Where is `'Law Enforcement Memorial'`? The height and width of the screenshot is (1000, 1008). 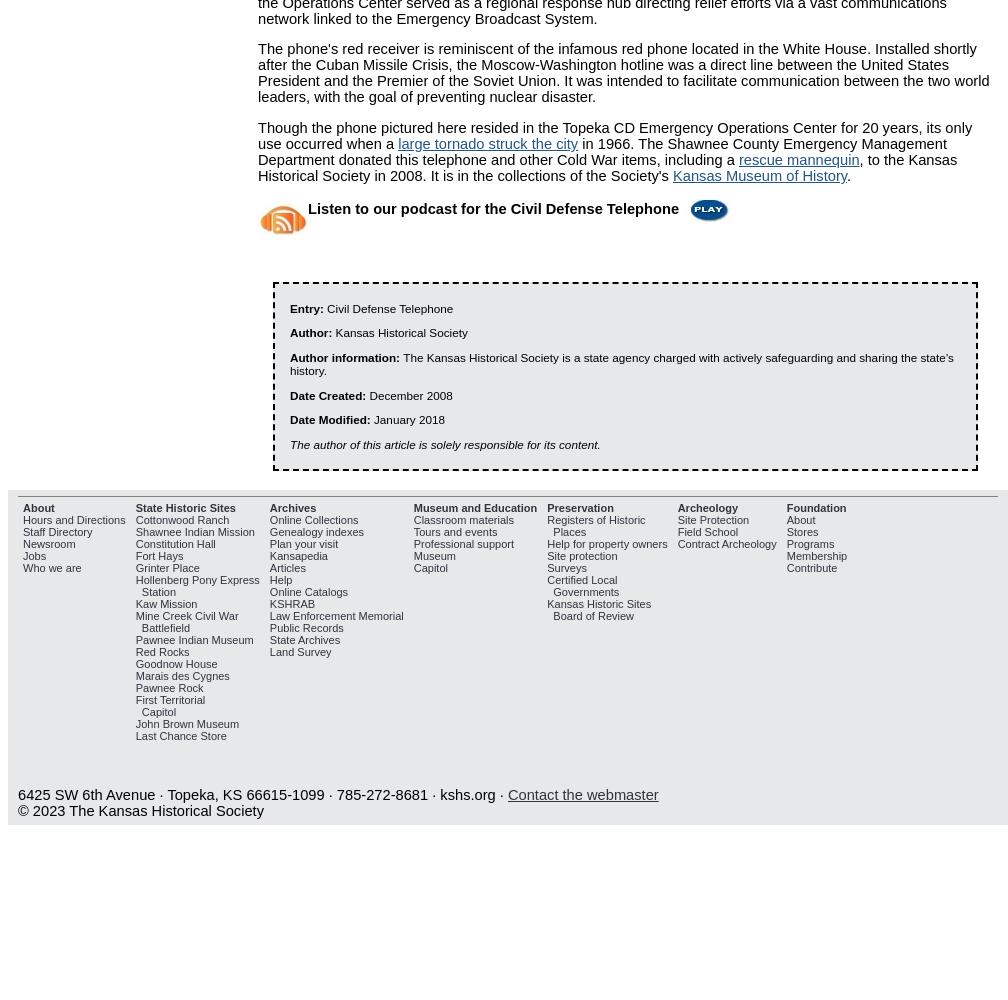 'Law Enforcement Memorial' is located at coordinates (335, 614).